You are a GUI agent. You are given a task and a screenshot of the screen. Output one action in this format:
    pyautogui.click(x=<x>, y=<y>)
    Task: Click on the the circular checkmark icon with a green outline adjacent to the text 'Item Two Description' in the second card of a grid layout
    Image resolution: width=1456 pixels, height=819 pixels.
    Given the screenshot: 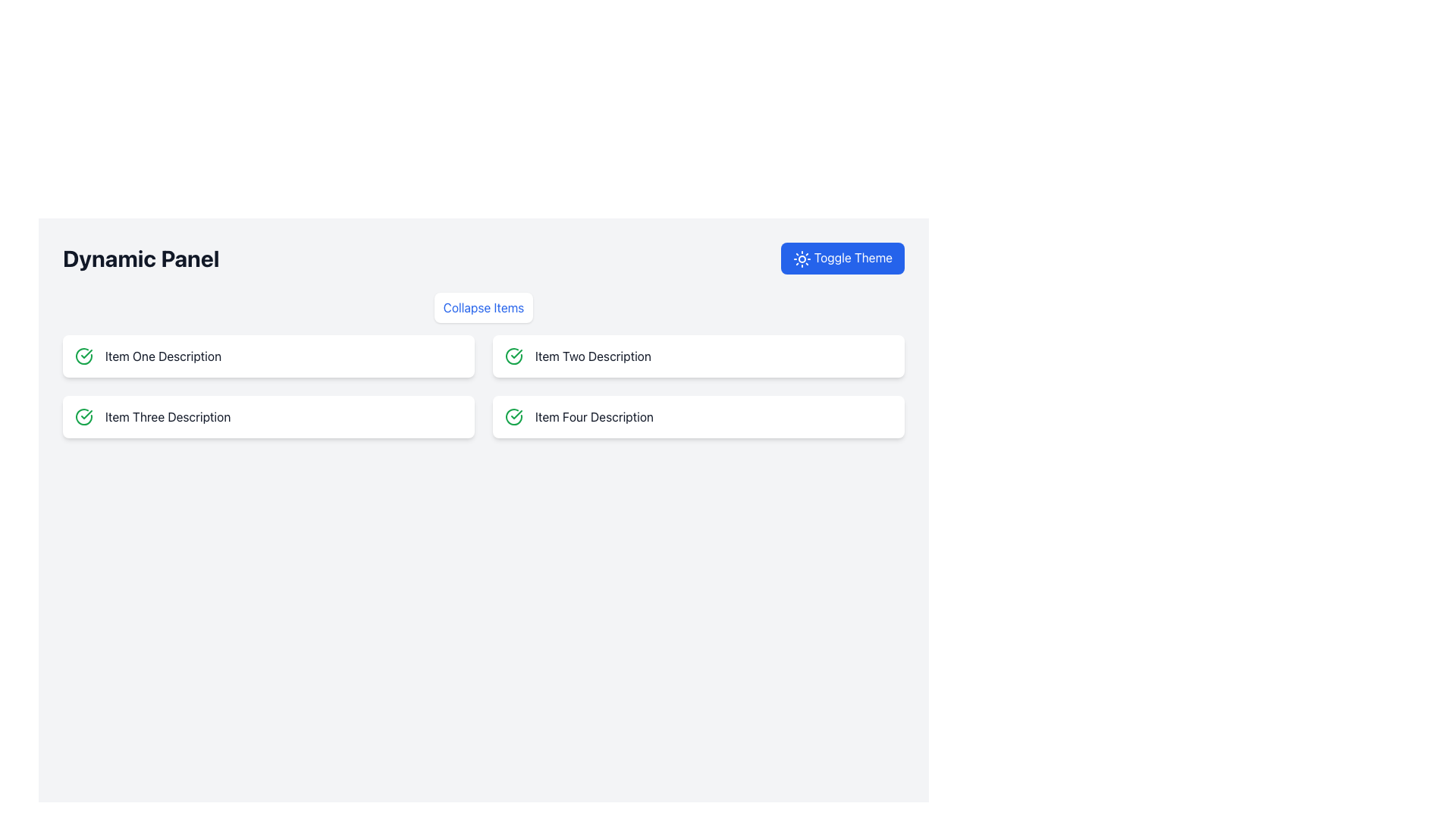 What is the action you would take?
    pyautogui.click(x=513, y=356)
    